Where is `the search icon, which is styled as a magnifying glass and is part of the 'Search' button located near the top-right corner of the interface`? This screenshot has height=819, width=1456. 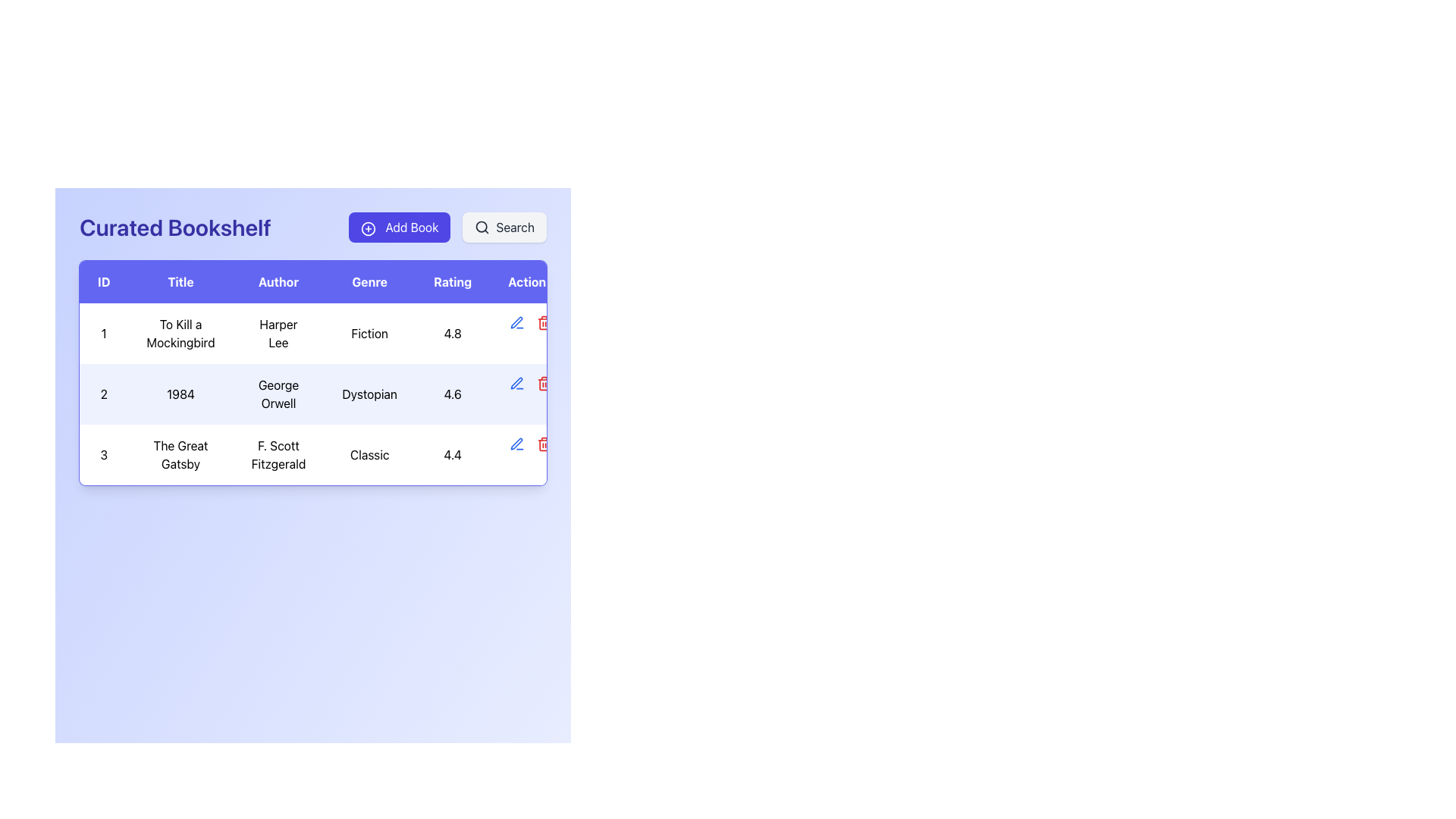 the search icon, which is styled as a magnifying glass and is part of the 'Search' button located near the top-right corner of the interface is located at coordinates (482, 227).